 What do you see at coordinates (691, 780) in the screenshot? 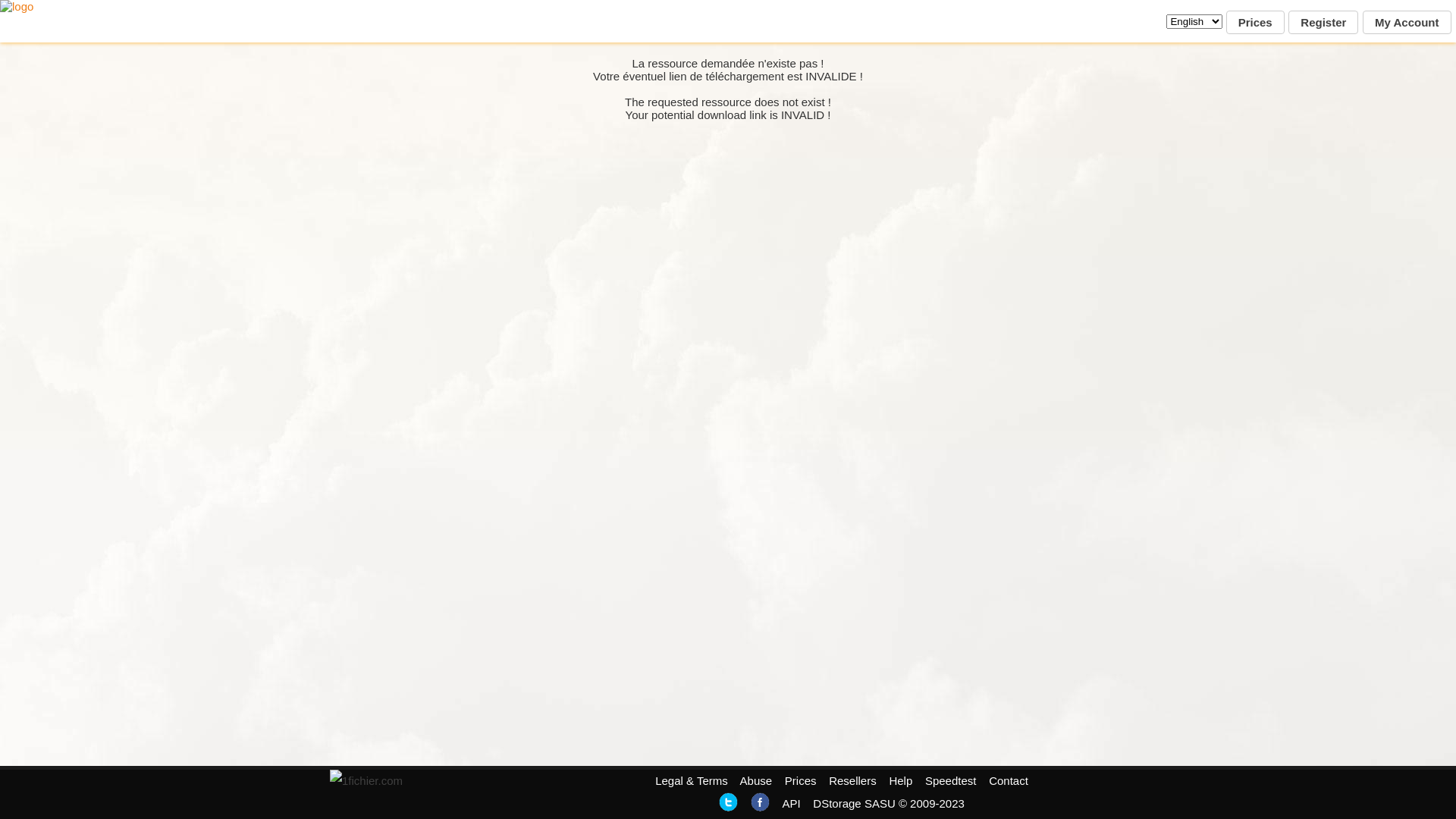
I see `'Legal & Terms'` at bounding box center [691, 780].